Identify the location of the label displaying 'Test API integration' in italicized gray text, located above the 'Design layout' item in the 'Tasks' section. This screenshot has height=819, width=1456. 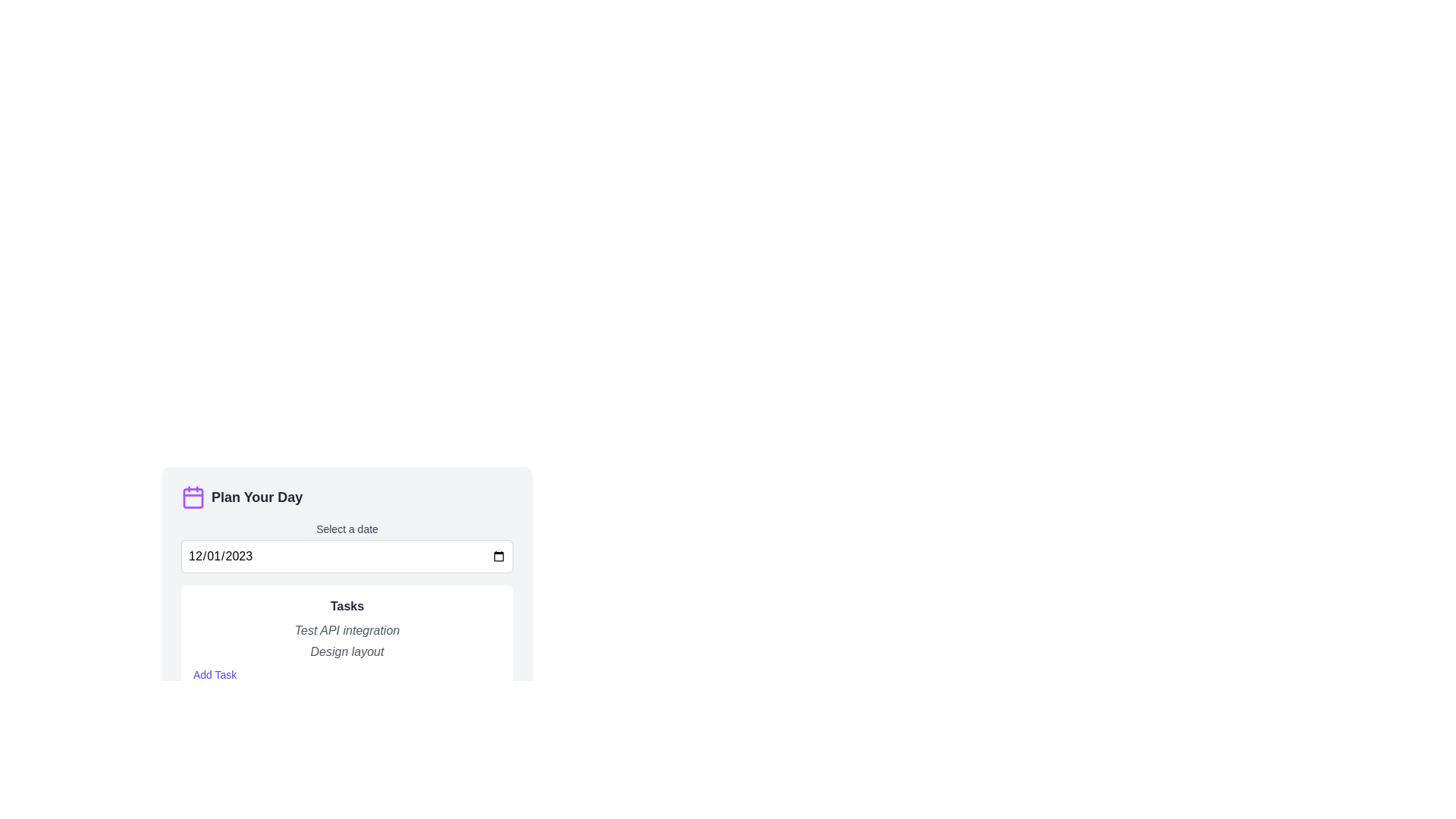
(346, 631).